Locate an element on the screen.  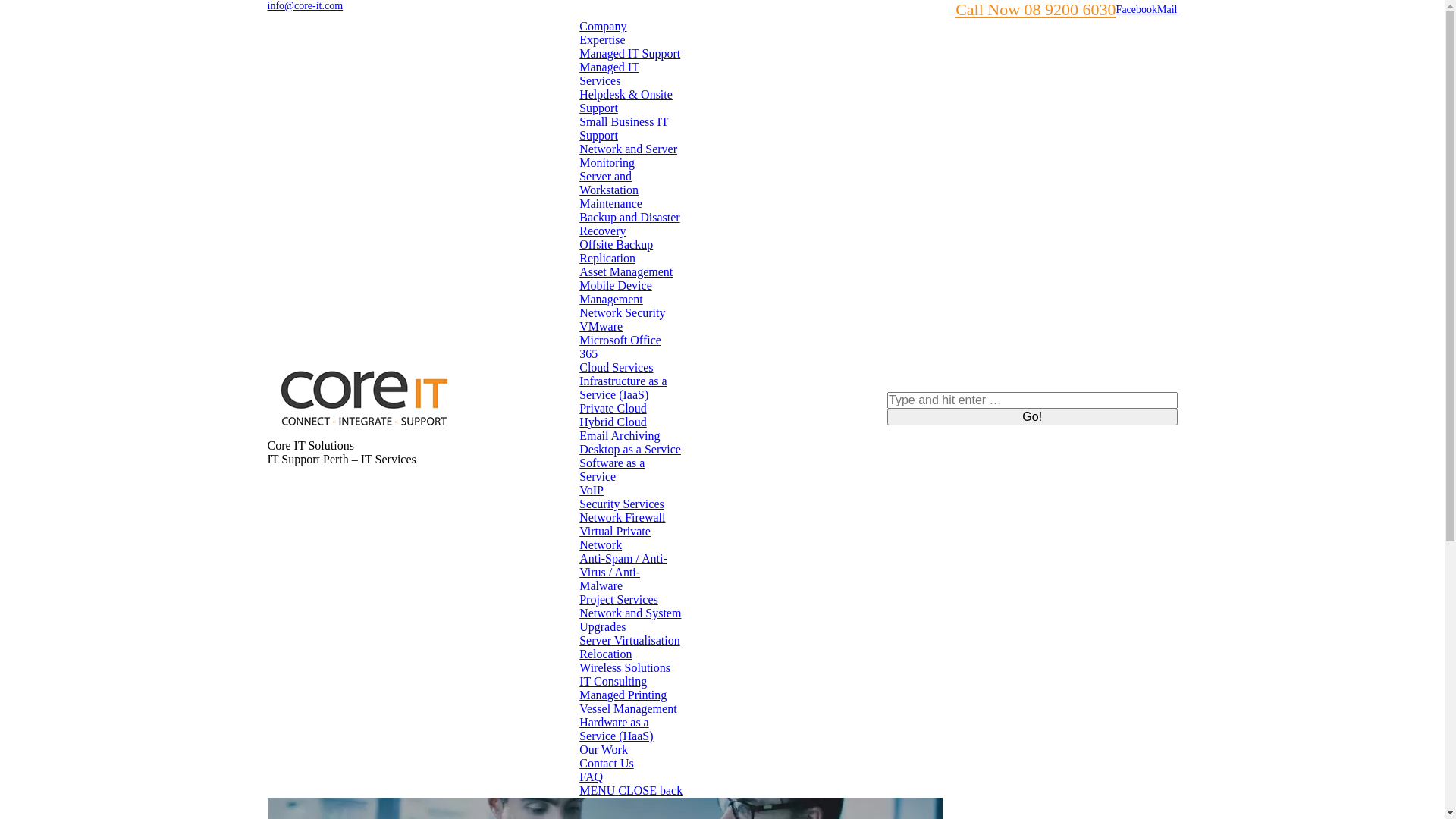
'Our Work' is located at coordinates (578, 748).